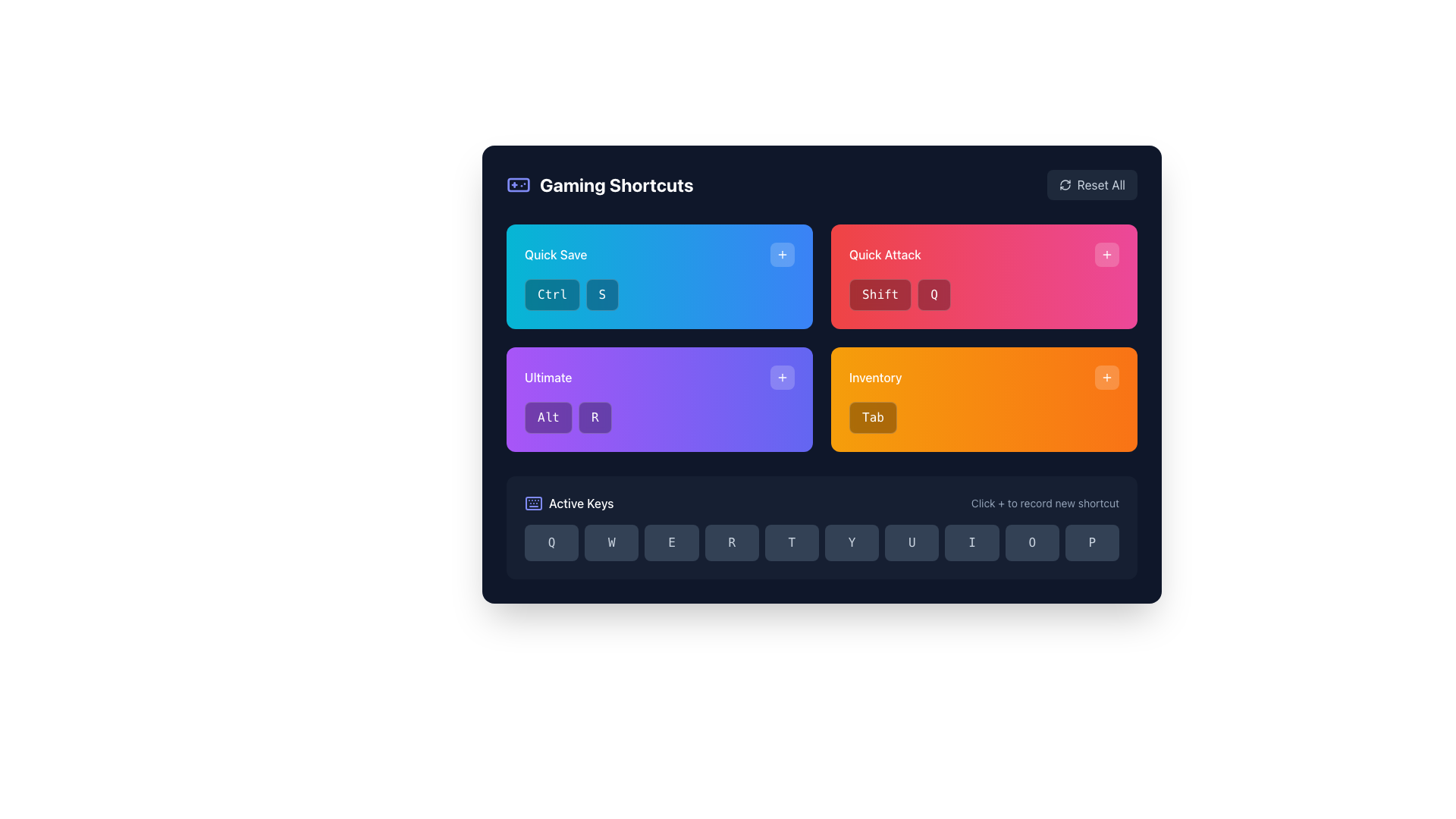 The image size is (1456, 819). I want to click on the small white plus icon located in the top-right corner of the purple section labeled 'Ultimate', so click(783, 376).